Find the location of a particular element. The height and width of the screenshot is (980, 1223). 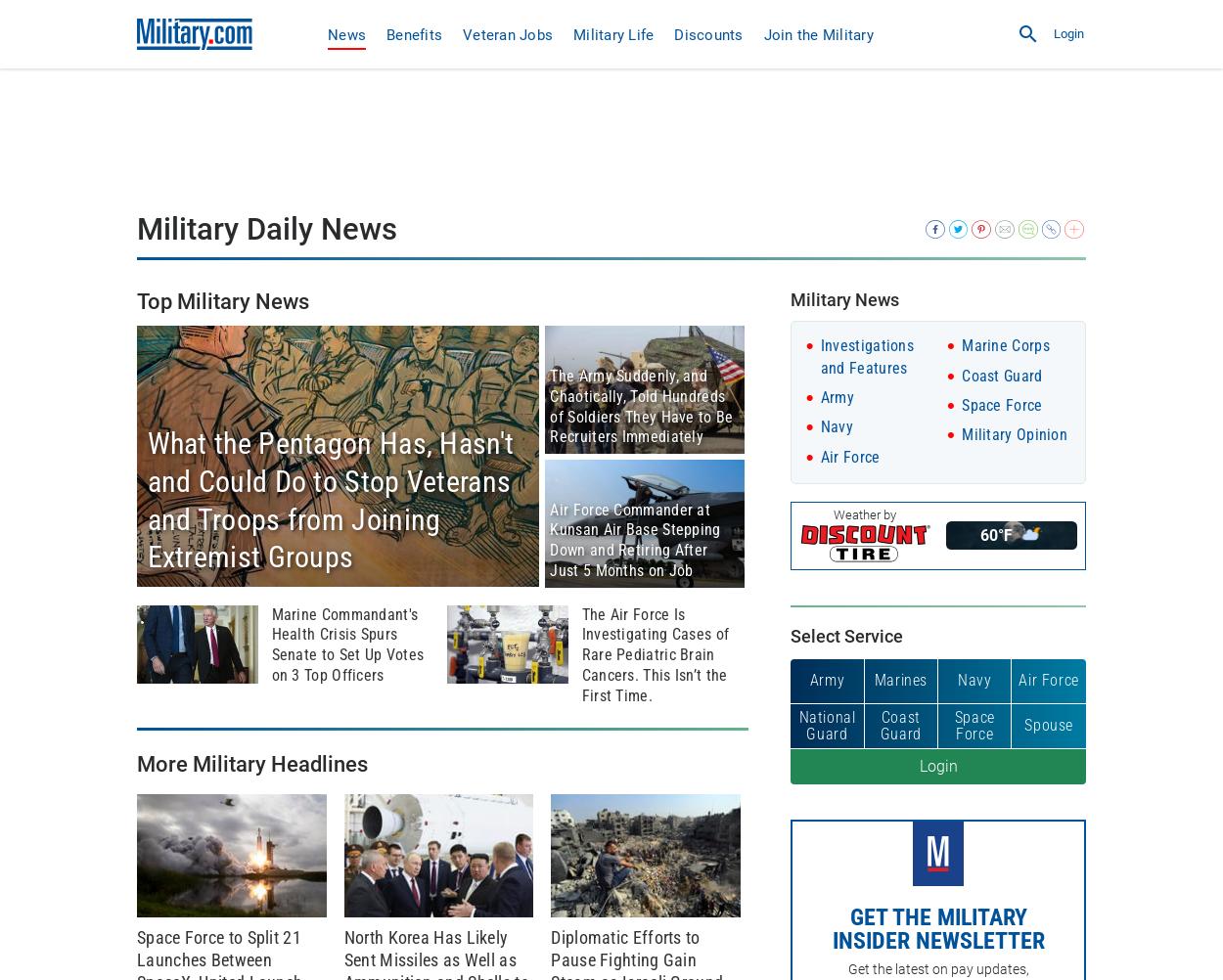

'Marines' is located at coordinates (874, 680).